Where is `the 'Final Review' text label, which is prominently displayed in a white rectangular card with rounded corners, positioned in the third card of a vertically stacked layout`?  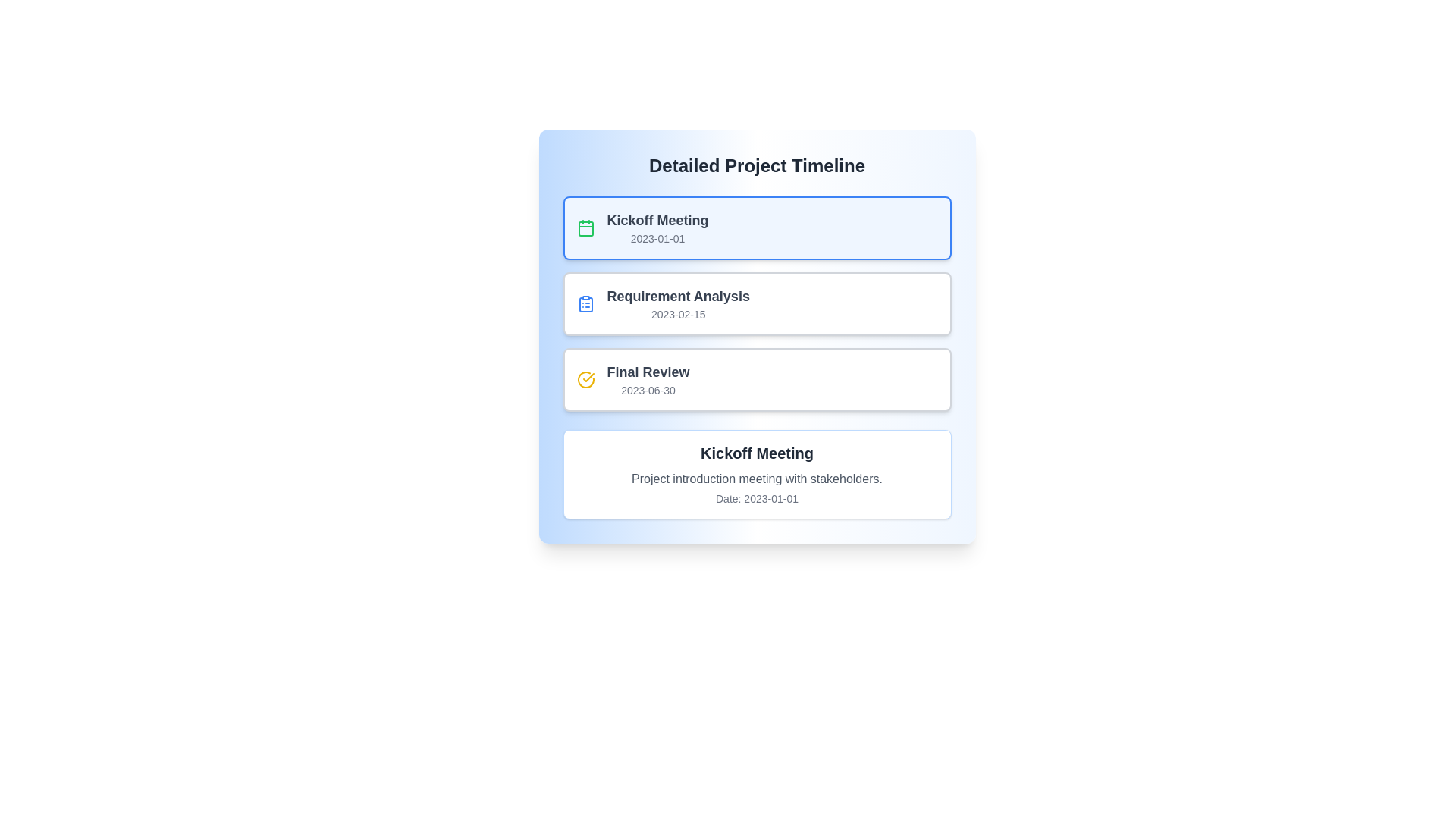
the 'Final Review' text label, which is prominently displayed in a white rectangular card with rounded corners, positioned in the third card of a vertically stacked layout is located at coordinates (648, 379).